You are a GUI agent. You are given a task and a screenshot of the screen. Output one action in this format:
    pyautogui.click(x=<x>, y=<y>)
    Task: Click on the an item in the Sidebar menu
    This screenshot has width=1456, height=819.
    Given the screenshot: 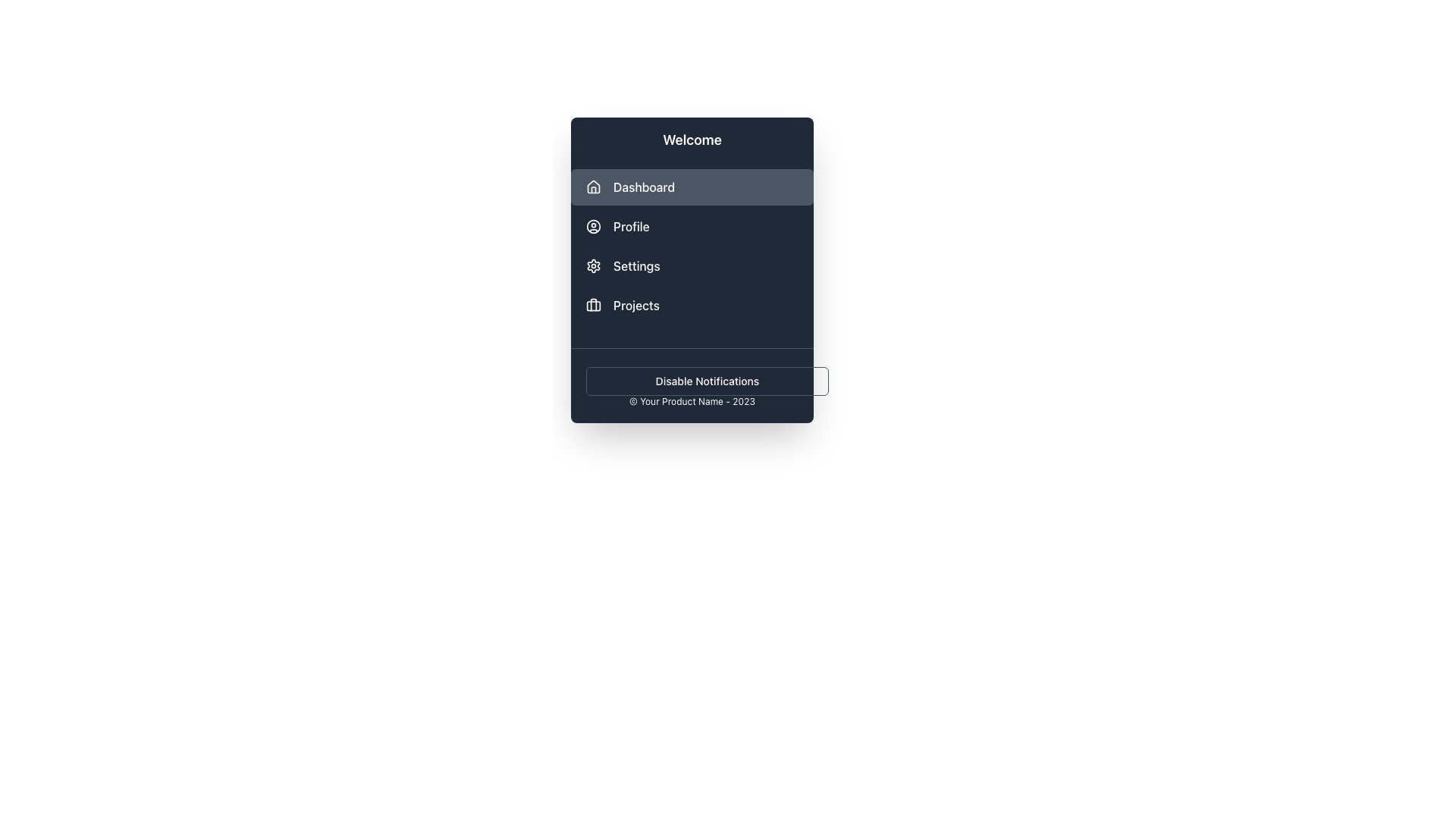 What is the action you would take?
    pyautogui.click(x=691, y=268)
    